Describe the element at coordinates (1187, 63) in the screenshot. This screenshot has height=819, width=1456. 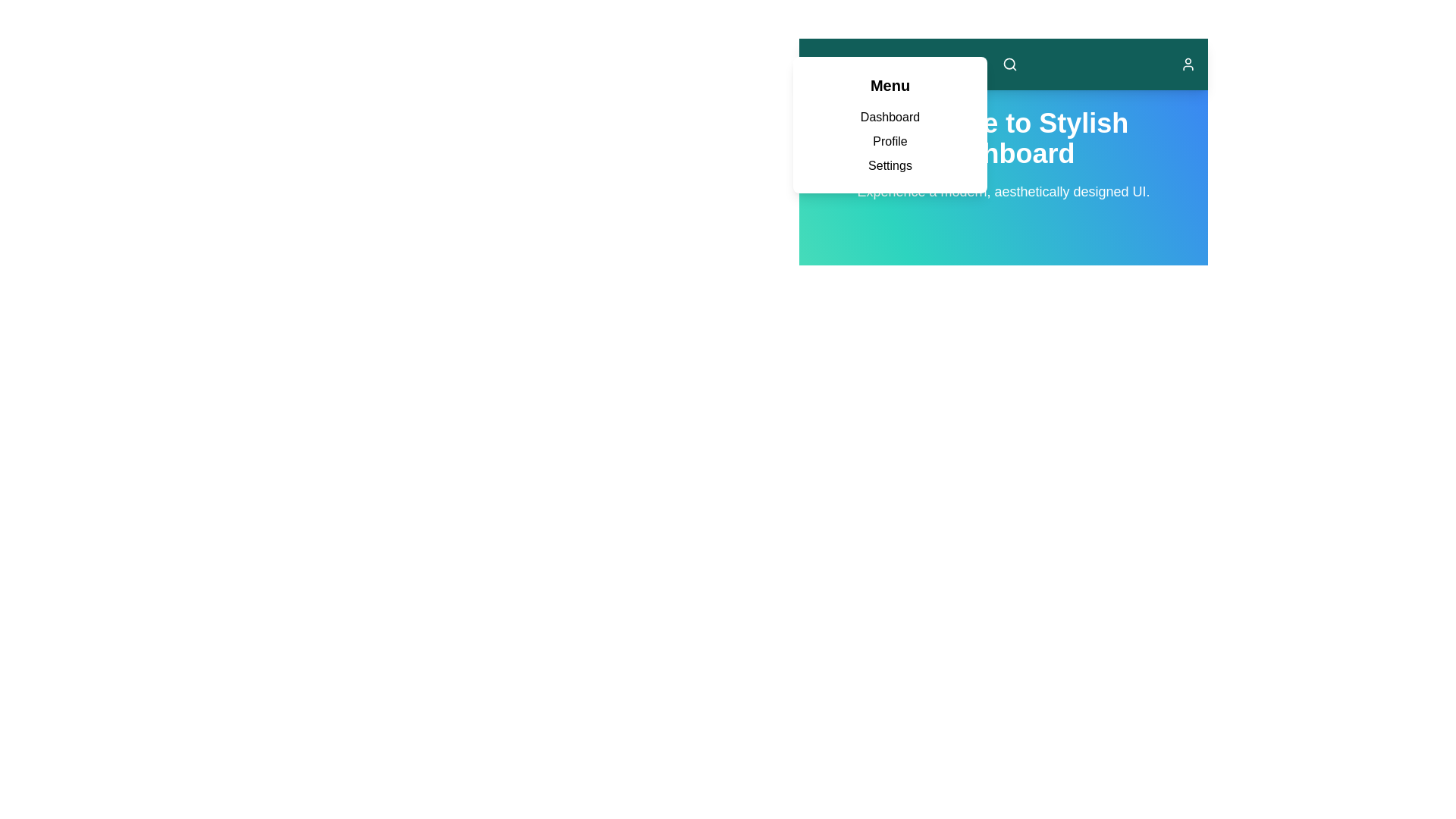
I see `the user icon to access user options` at that location.